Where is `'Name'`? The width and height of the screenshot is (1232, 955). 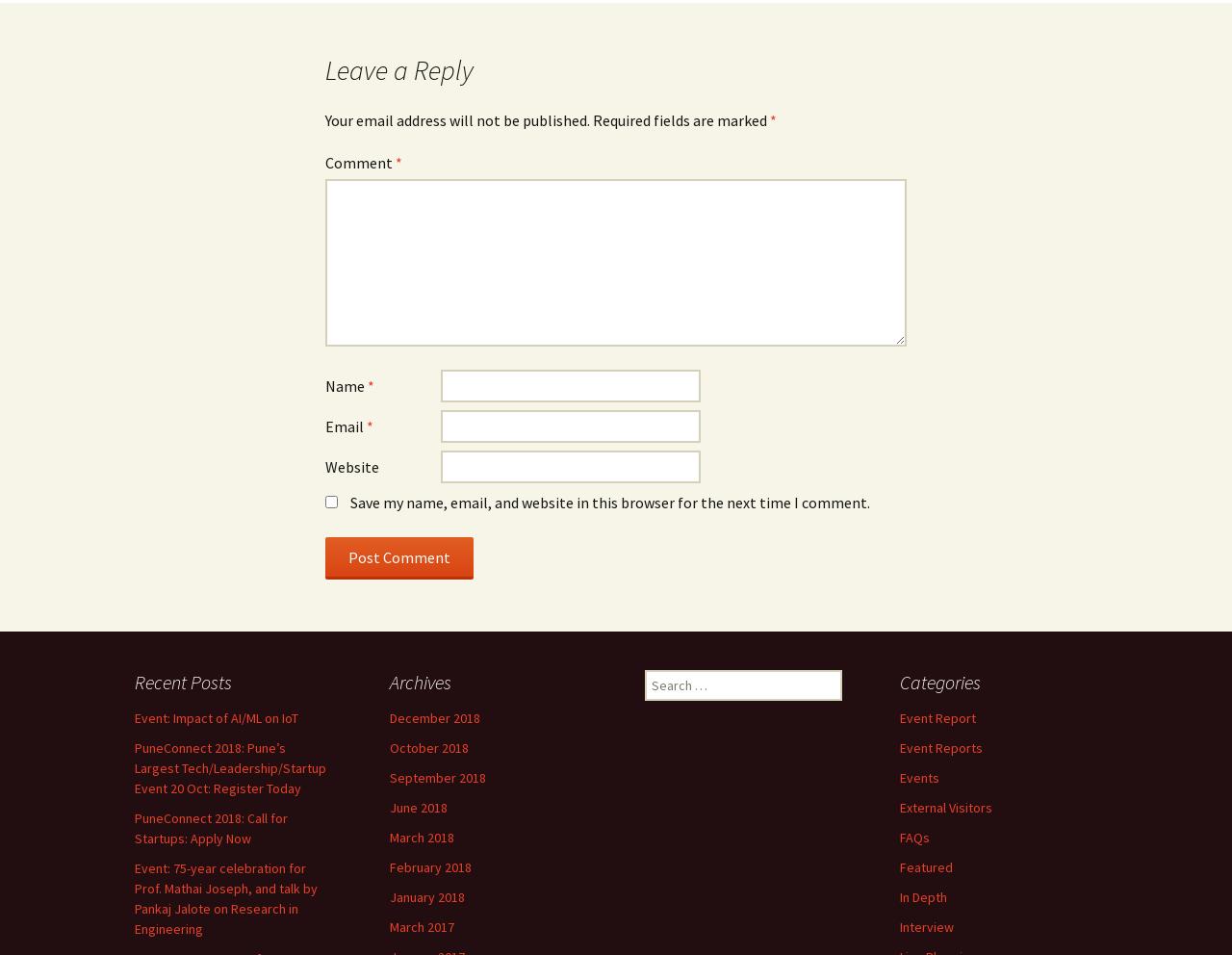 'Name' is located at coordinates (346, 385).